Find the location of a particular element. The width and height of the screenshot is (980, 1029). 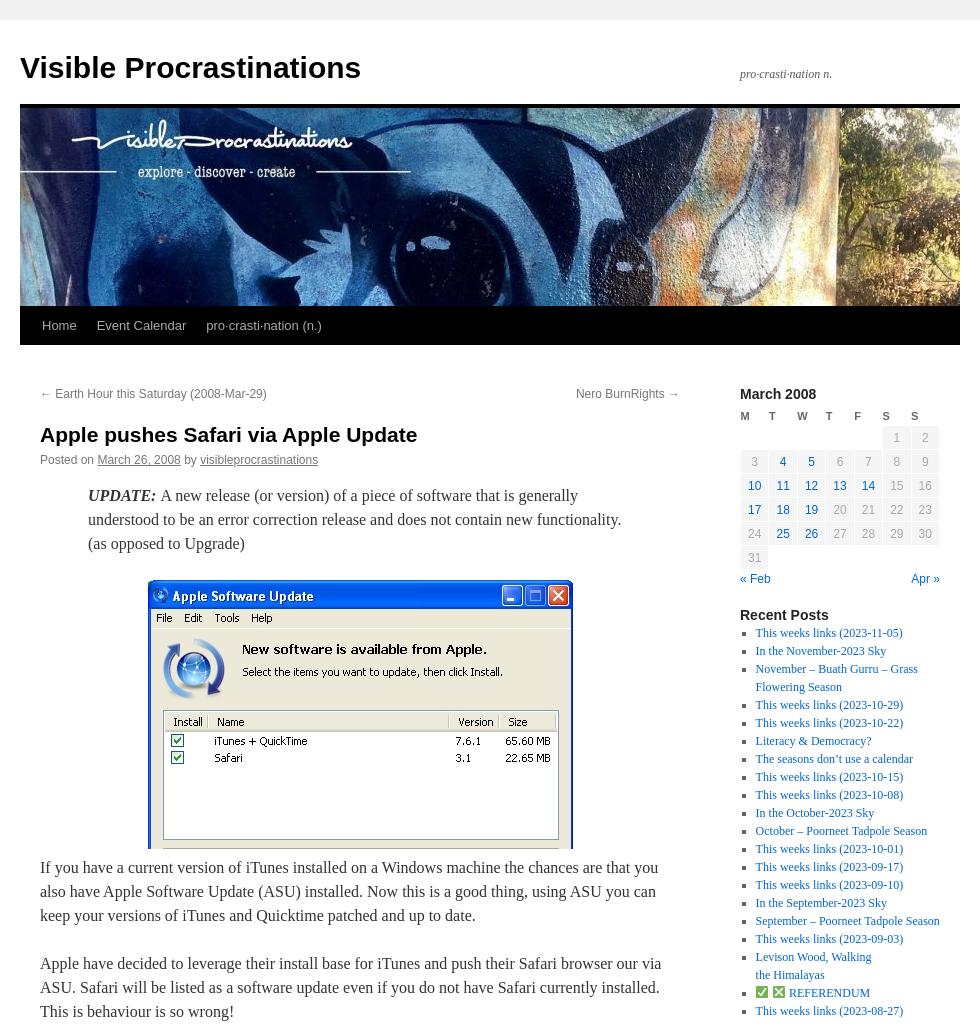

'October – Poorneet Tadpole Season' is located at coordinates (841, 830).